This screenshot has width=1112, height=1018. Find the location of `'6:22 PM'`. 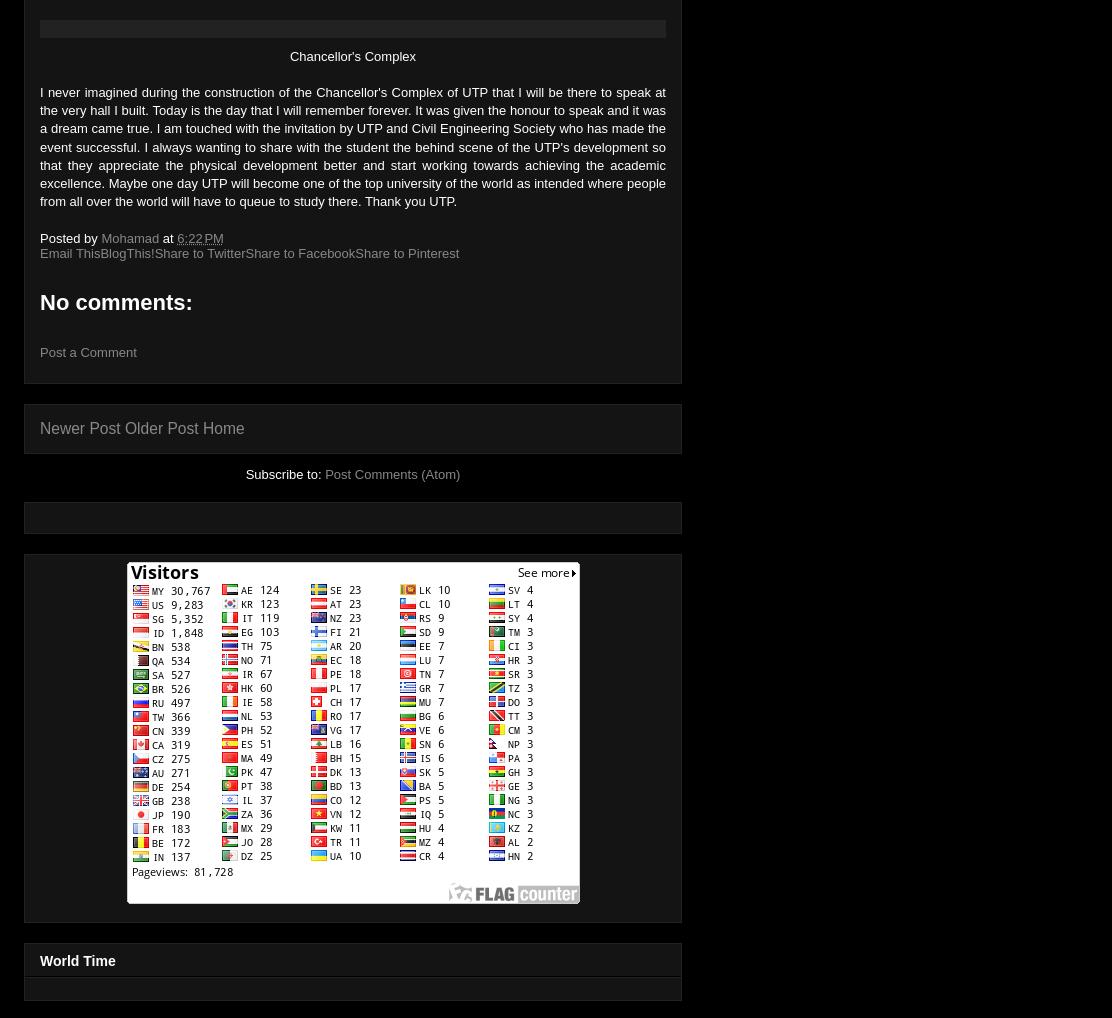

'6:22 PM' is located at coordinates (200, 236).